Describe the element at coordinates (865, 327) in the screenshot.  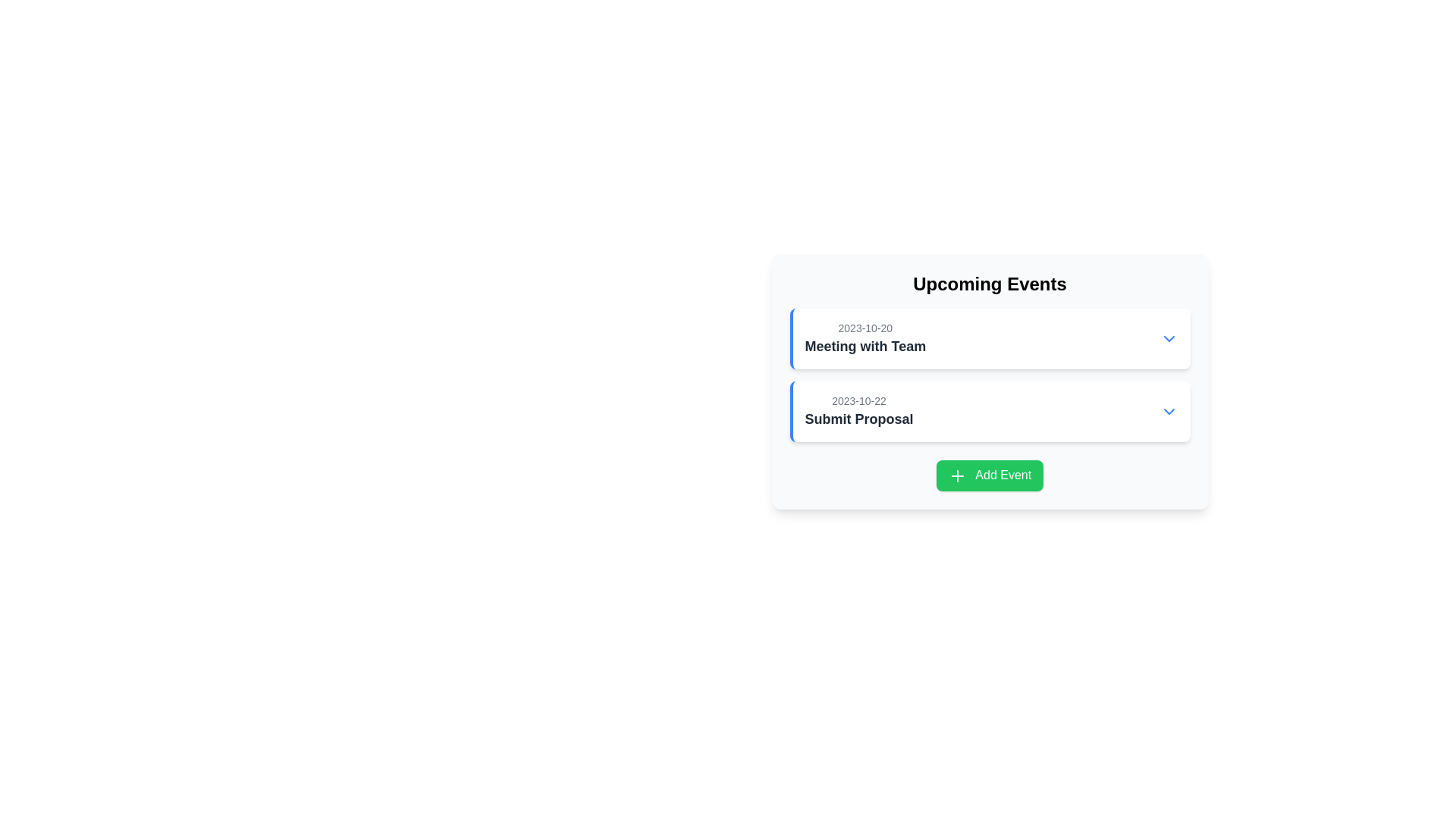
I see `date displayed in the text label showing '2023-10-20', which is styled in gray and located above the title of the event card labeled 'Meeting with Team'` at that location.